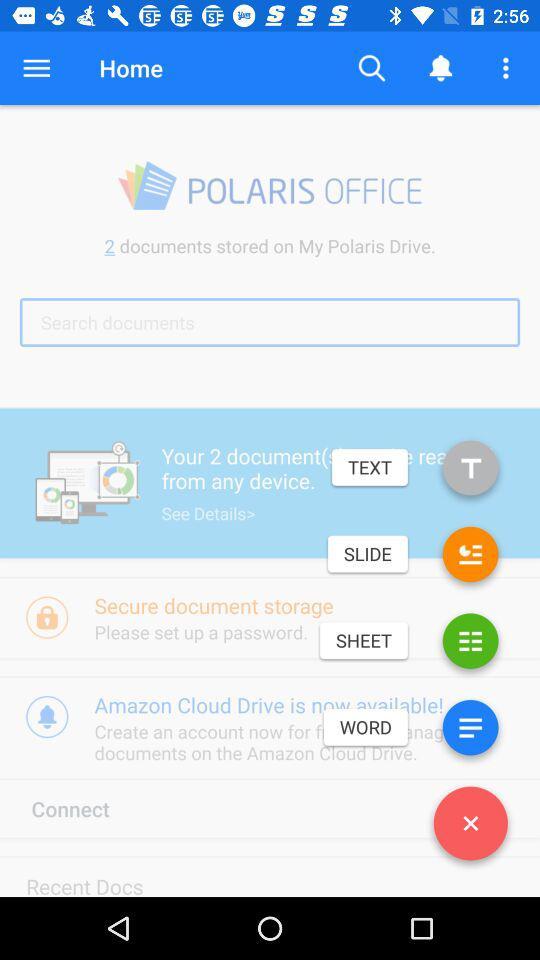 This screenshot has width=540, height=960. Describe the element at coordinates (470, 827) in the screenshot. I see `screen` at that location.